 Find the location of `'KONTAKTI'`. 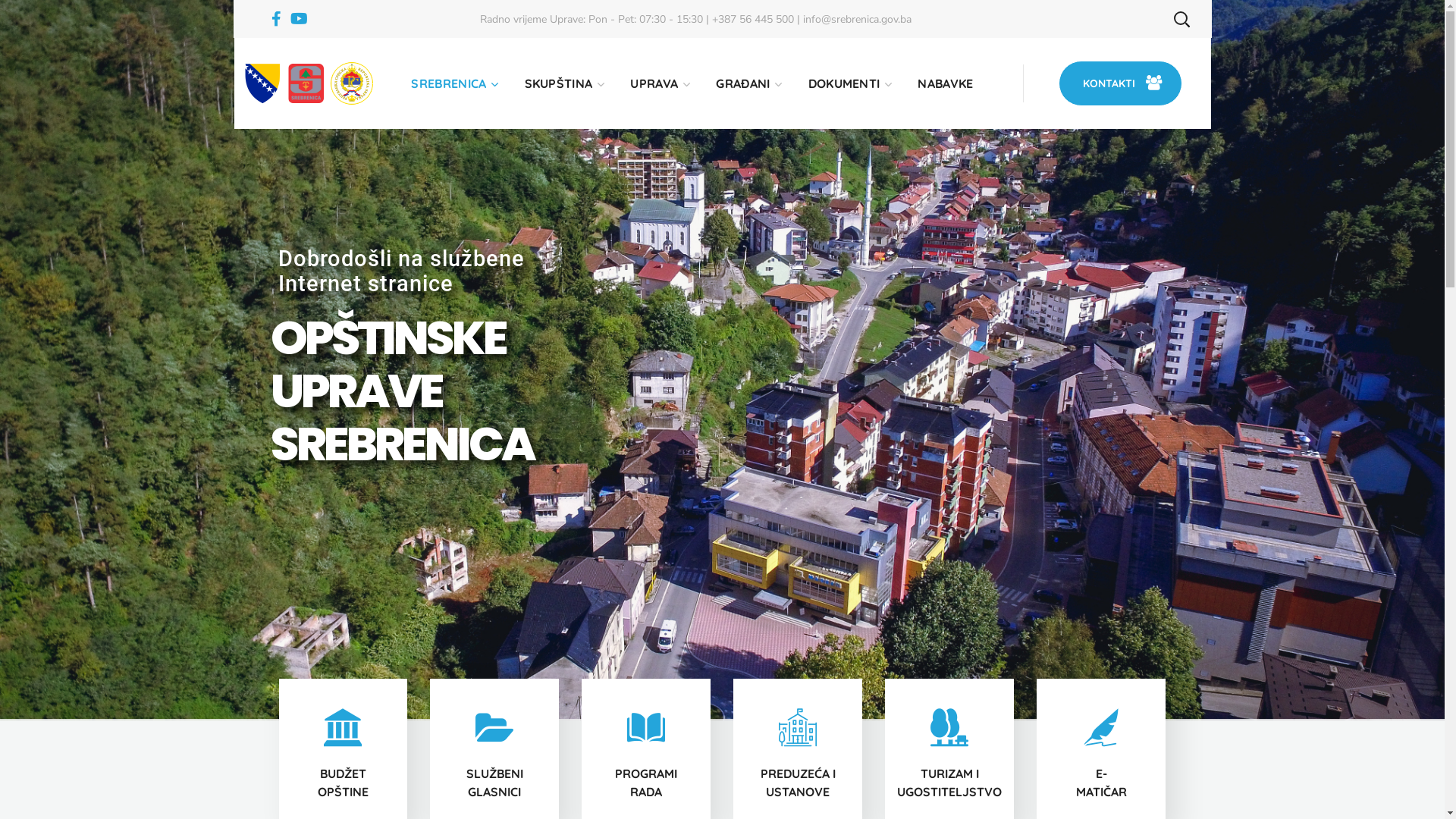

'KONTAKTI' is located at coordinates (1058, 83).